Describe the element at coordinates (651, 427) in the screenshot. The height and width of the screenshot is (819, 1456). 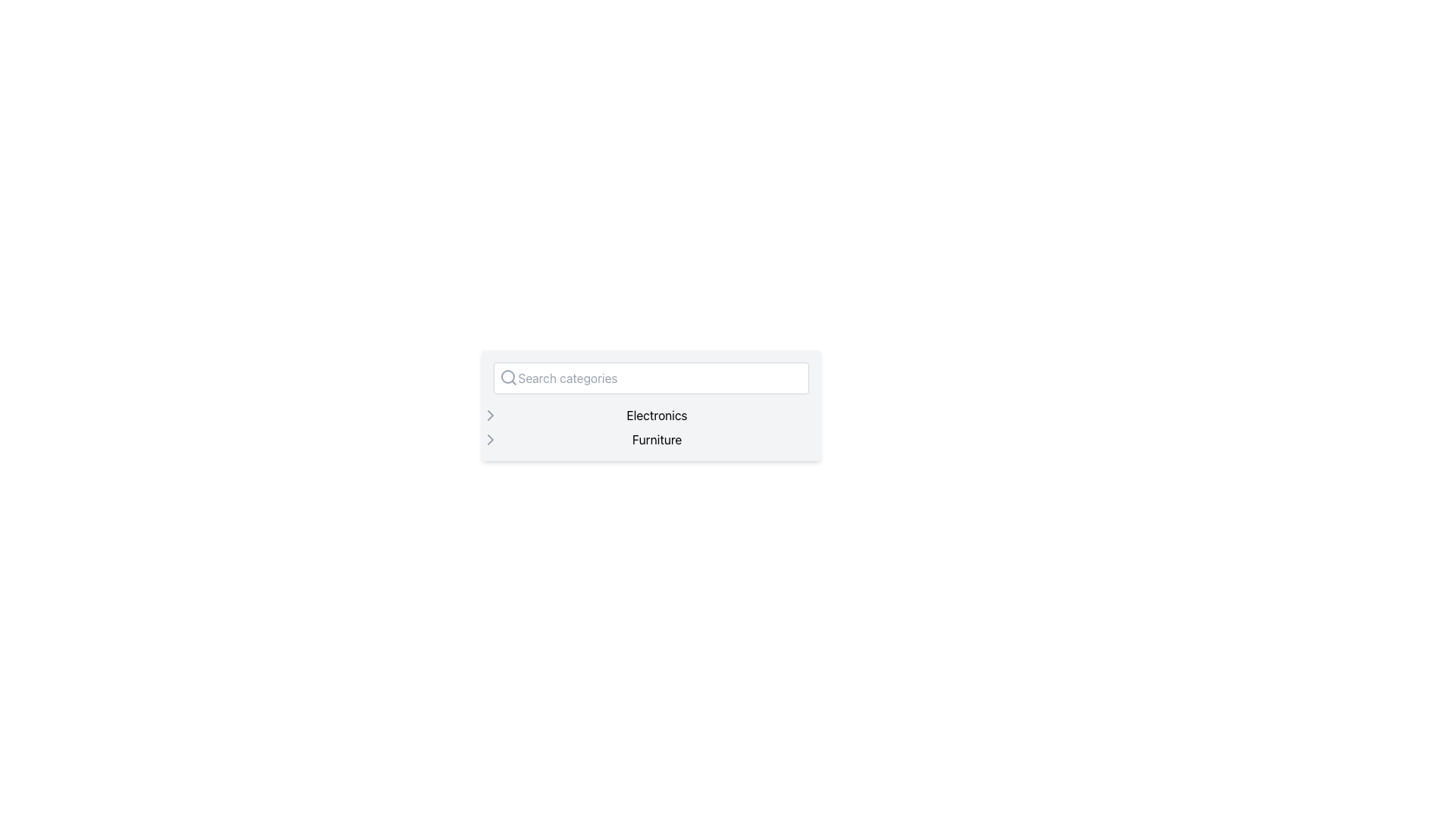
I see `the 'Electronics' or 'Furniture' category in the list displayed below the search input field` at that location.